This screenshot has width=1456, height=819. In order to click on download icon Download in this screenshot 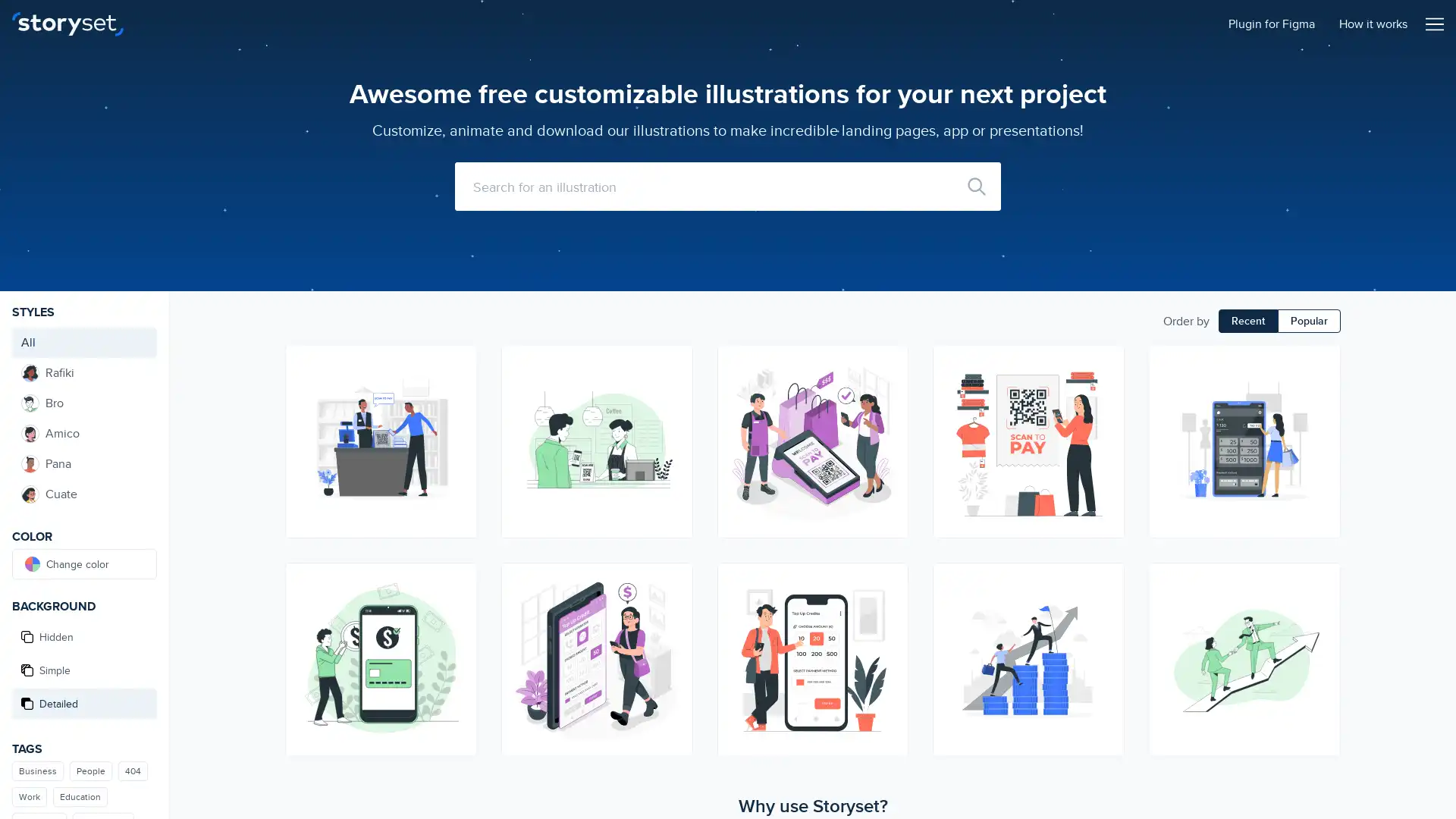, I will do `click(1106, 607)`.